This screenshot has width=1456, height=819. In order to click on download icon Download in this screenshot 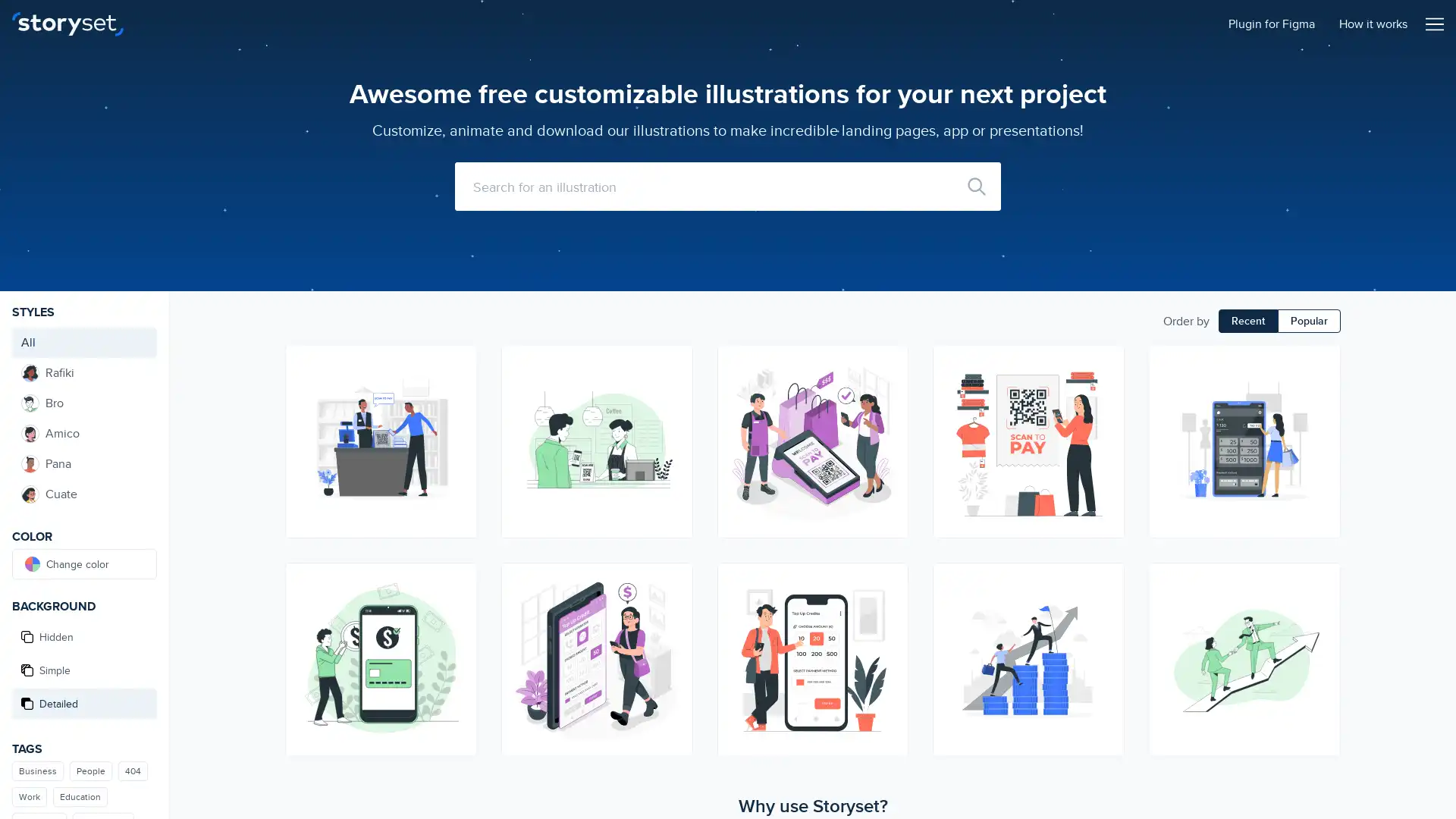, I will do `click(1106, 607)`.